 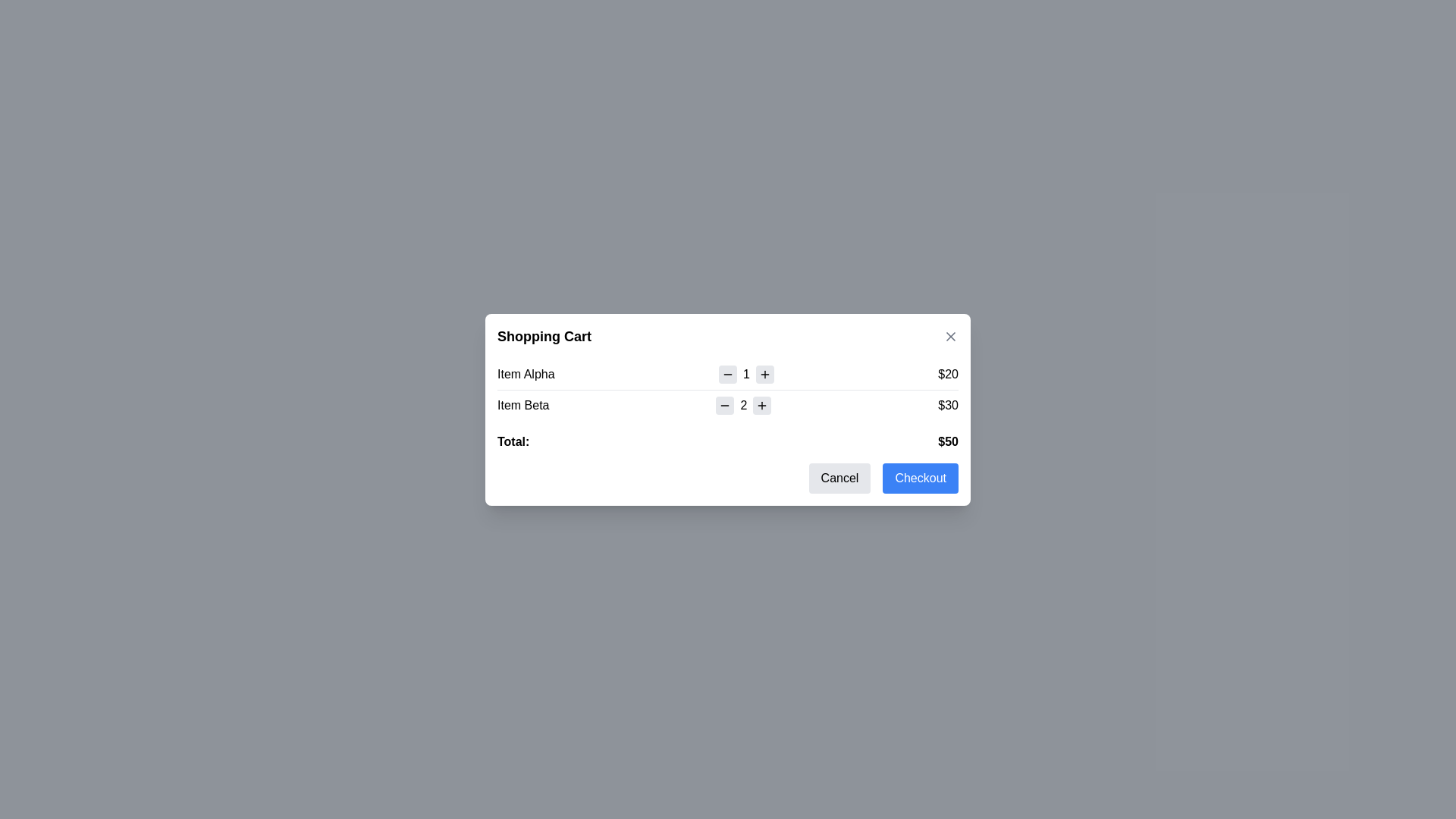 What do you see at coordinates (724, 404) in the screenshot?
I see `the decrease quantity button for 'Item Beta' in the shopping cart interface` at bounding box center [724, 404].